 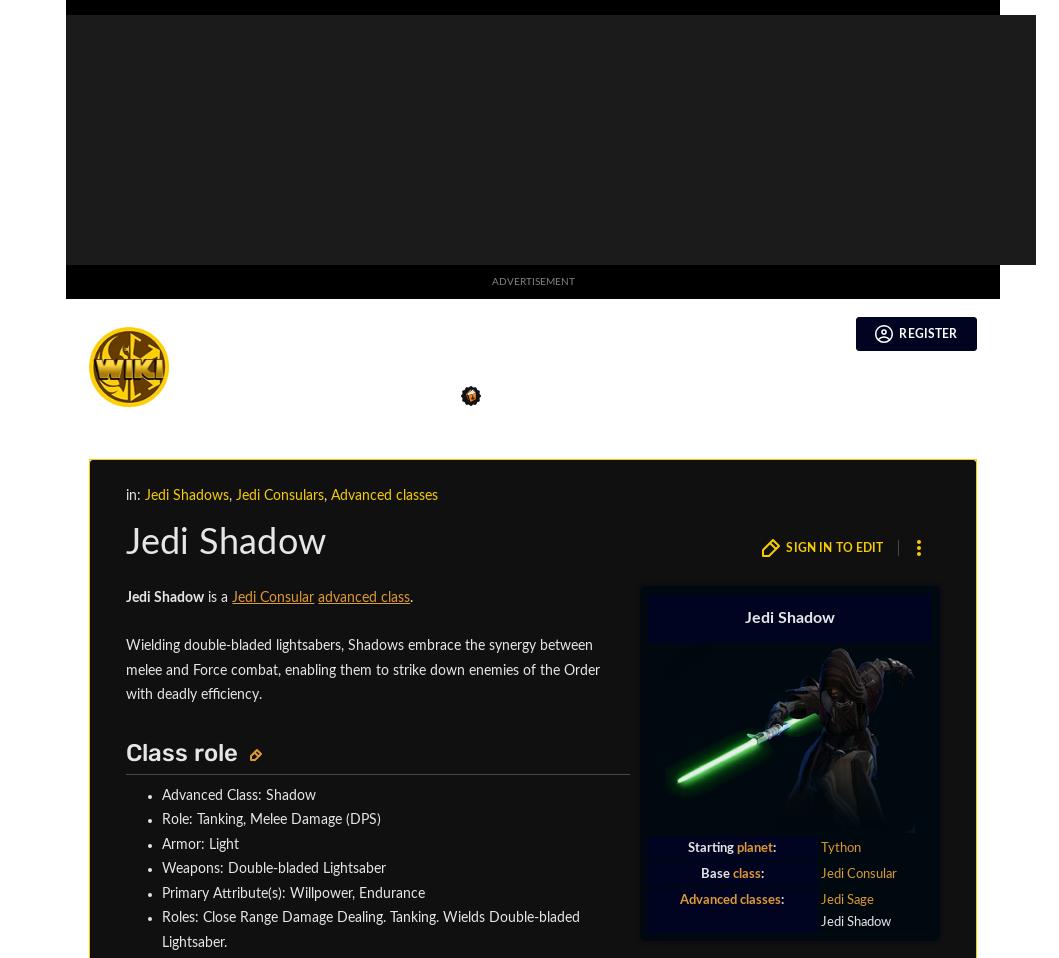 I want to click on 'Operative', so click(x=650, y=192).